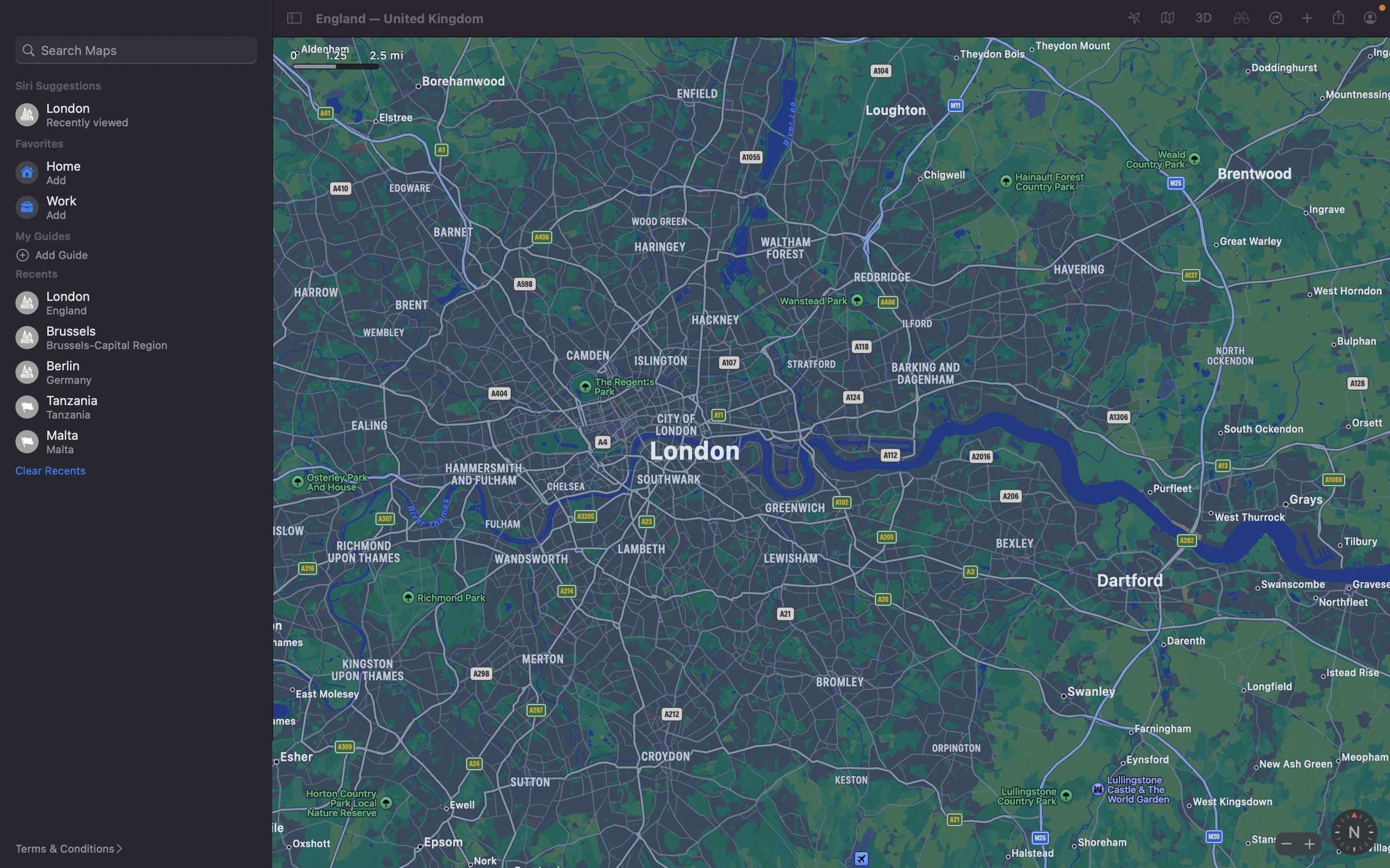  Describe the element at coordinates (140, 254) in the screenshot. I see `a fresh instruction for sightseeing` at that location.